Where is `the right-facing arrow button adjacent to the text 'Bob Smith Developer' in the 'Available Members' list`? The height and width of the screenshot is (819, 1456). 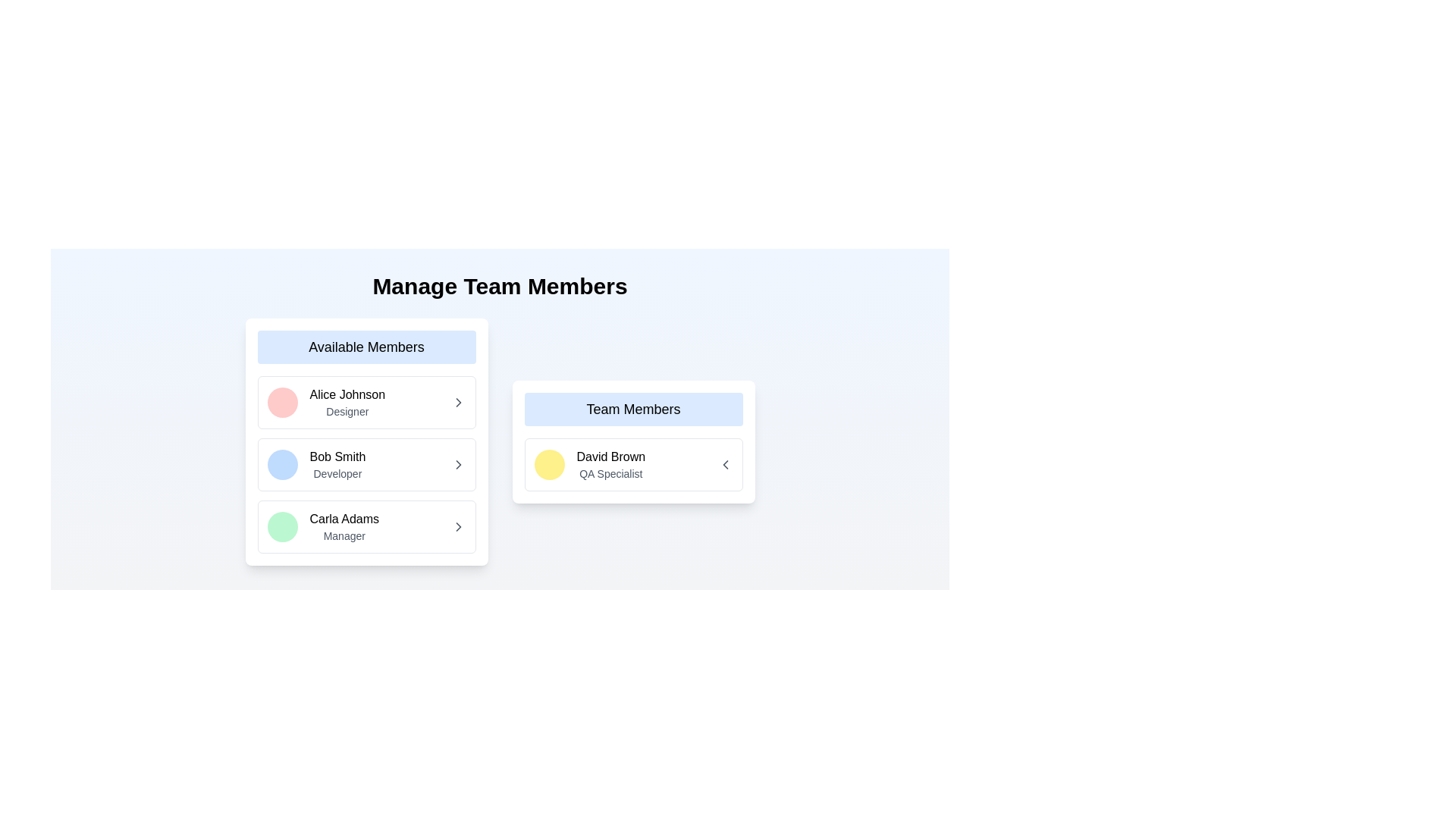
the right-facing arrow button adjacent to the text 'Bob Smith Developer' in the 'Available Members' list is located at coordinates (457, 464).